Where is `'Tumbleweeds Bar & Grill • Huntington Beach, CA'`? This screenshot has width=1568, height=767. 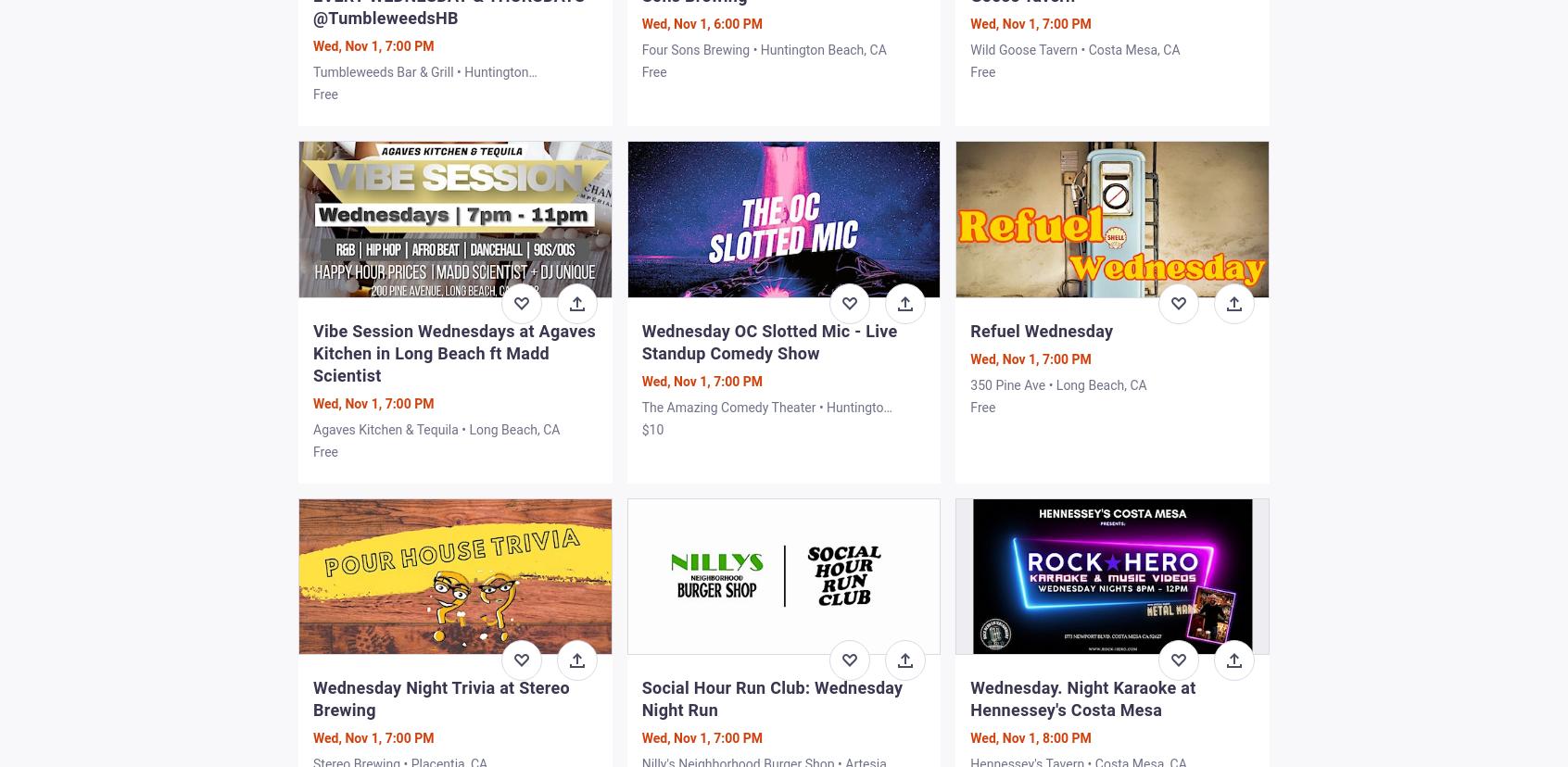 'Tumbleweeds Bar & Grill • Huntington Beach, CA' is located at coordinates (312, 82).